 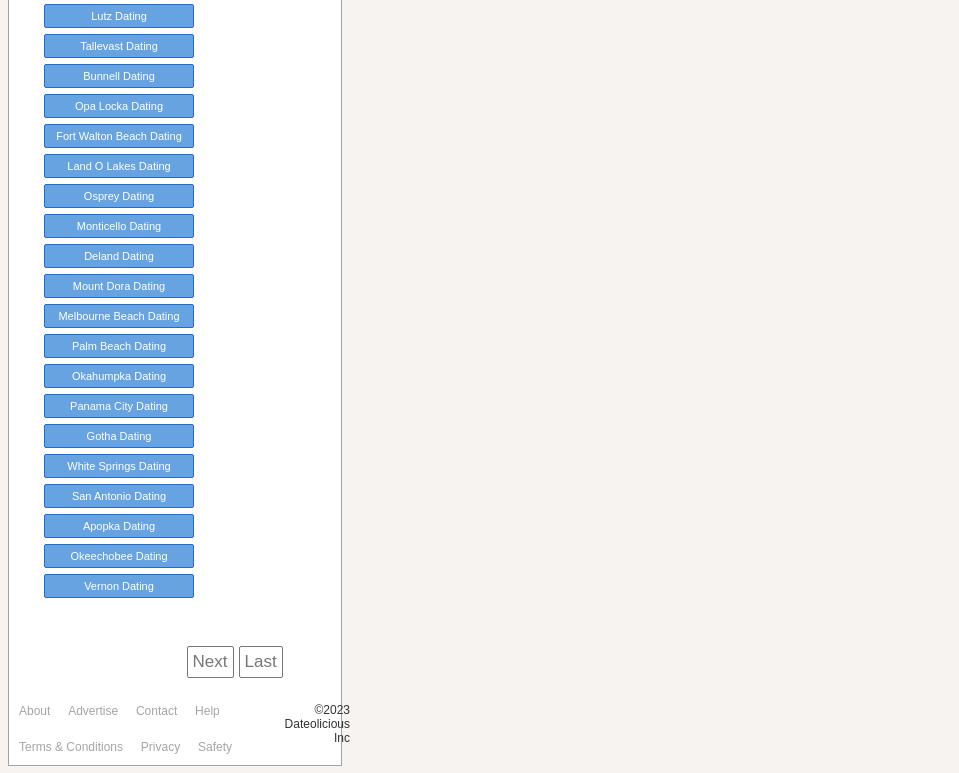 What do you see at coordinates (141, 661) in the screenshot?
I see `'Previous'` at bounding box center [141, 661].